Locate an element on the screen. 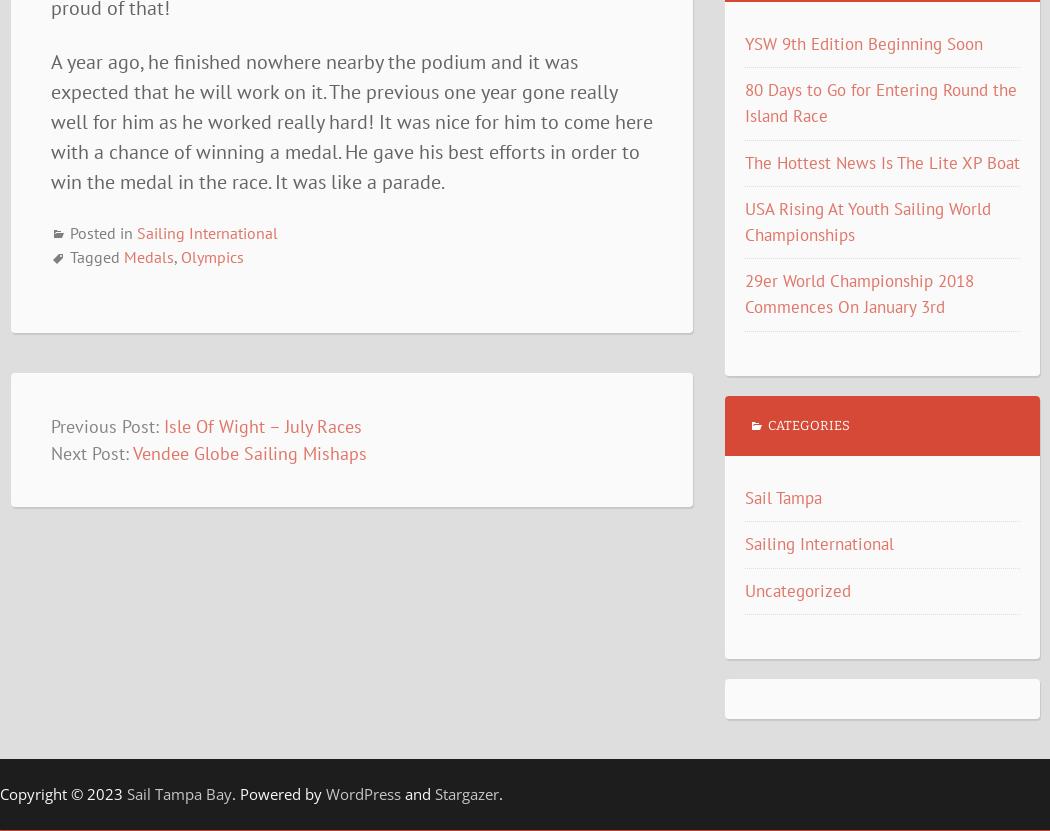 Image resolution: width=1050 pixels, height=831 pixels. 'Tagged' is located at coordinates (67, 256).